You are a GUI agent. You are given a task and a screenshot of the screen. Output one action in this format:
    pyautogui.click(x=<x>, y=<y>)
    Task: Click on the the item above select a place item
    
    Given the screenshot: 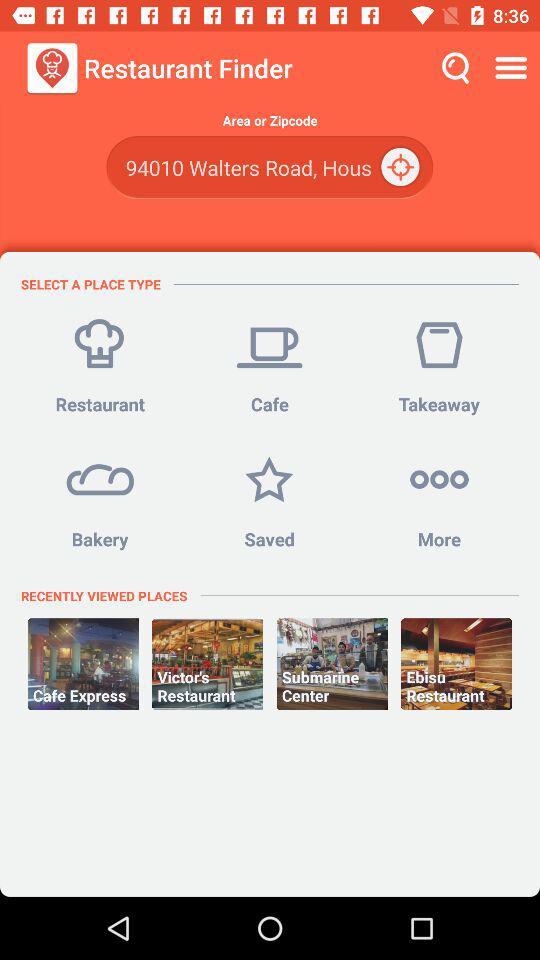 What is the action you would take?
    pyautogui.click(x=269, y=166)
    